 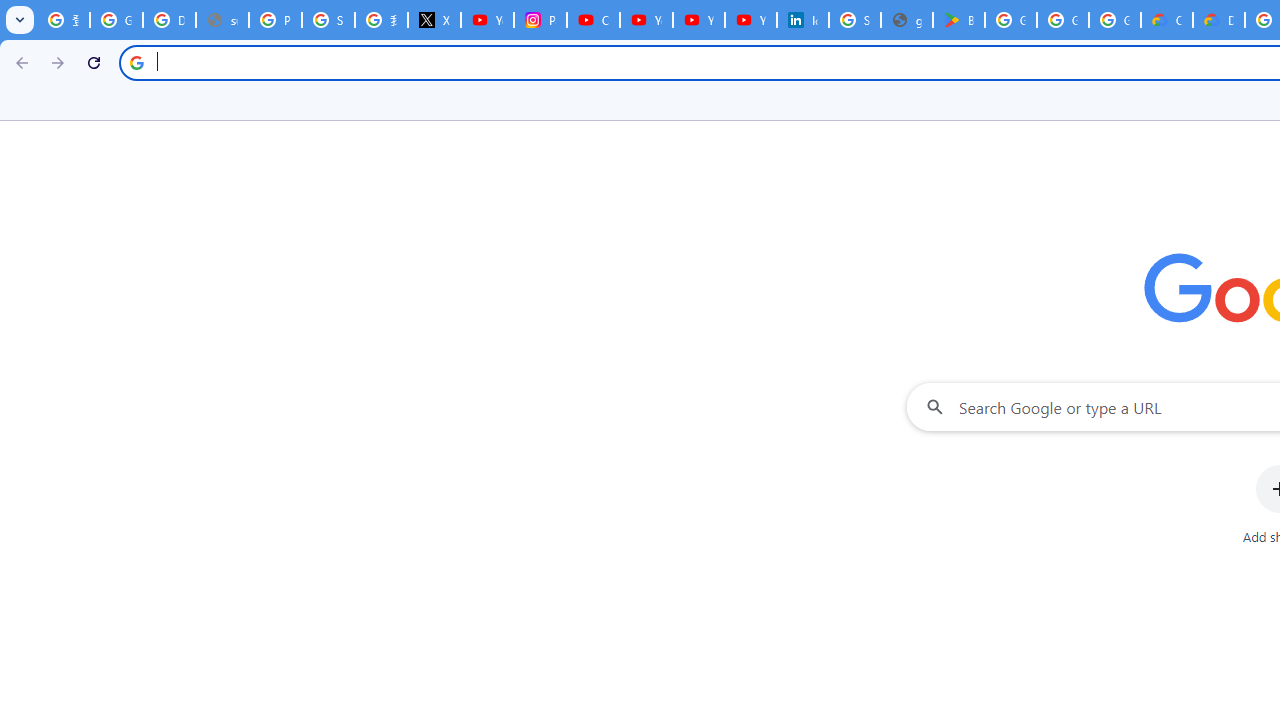 I want to click on 'YouTube Culture & Trends - YouTube Top 10, 2021', so click(x=749, y=20).